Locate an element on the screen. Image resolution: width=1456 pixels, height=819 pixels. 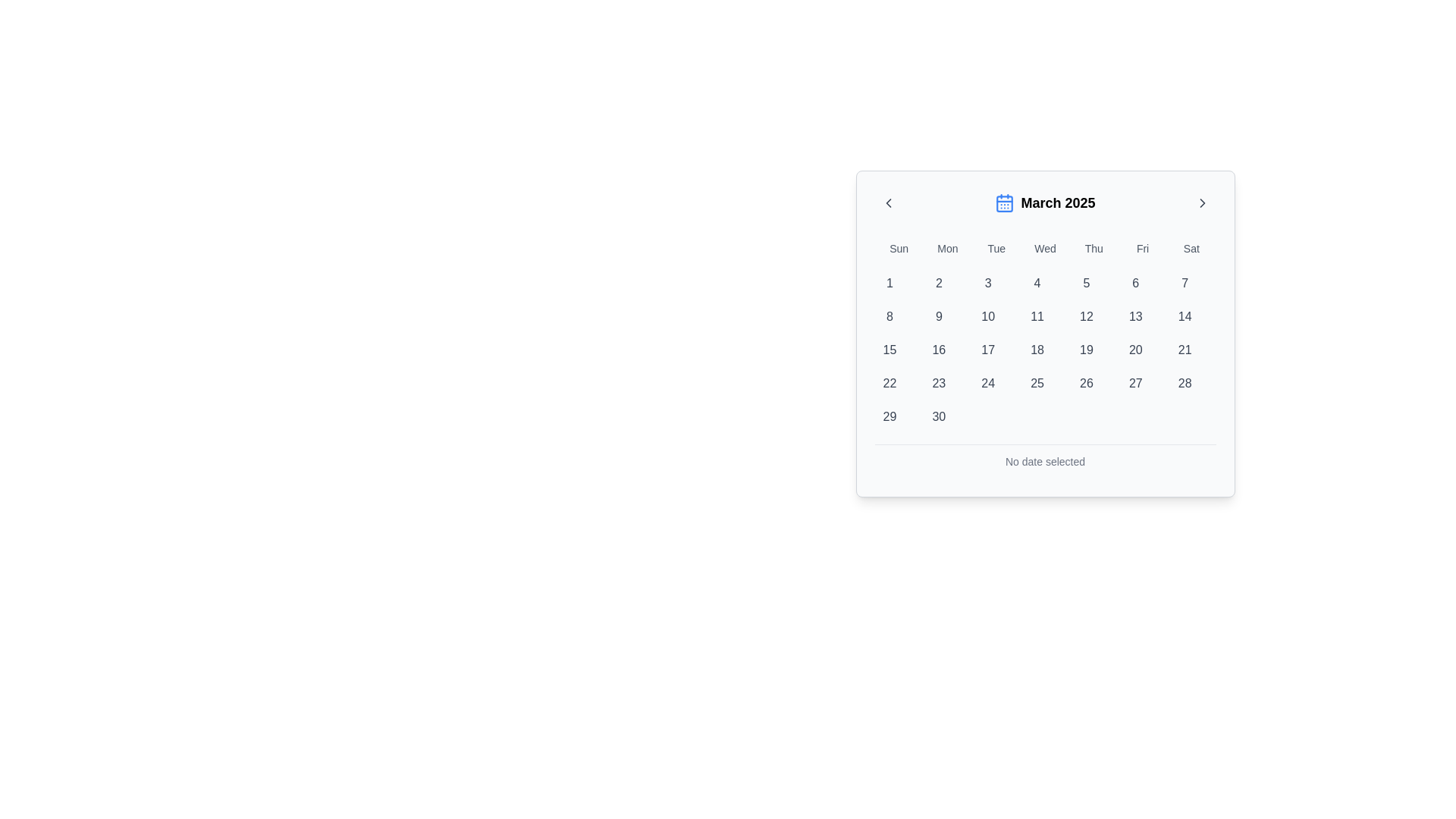
the chevron icon pointing to the left in the calendar widget is located at coordinates (888, 202).